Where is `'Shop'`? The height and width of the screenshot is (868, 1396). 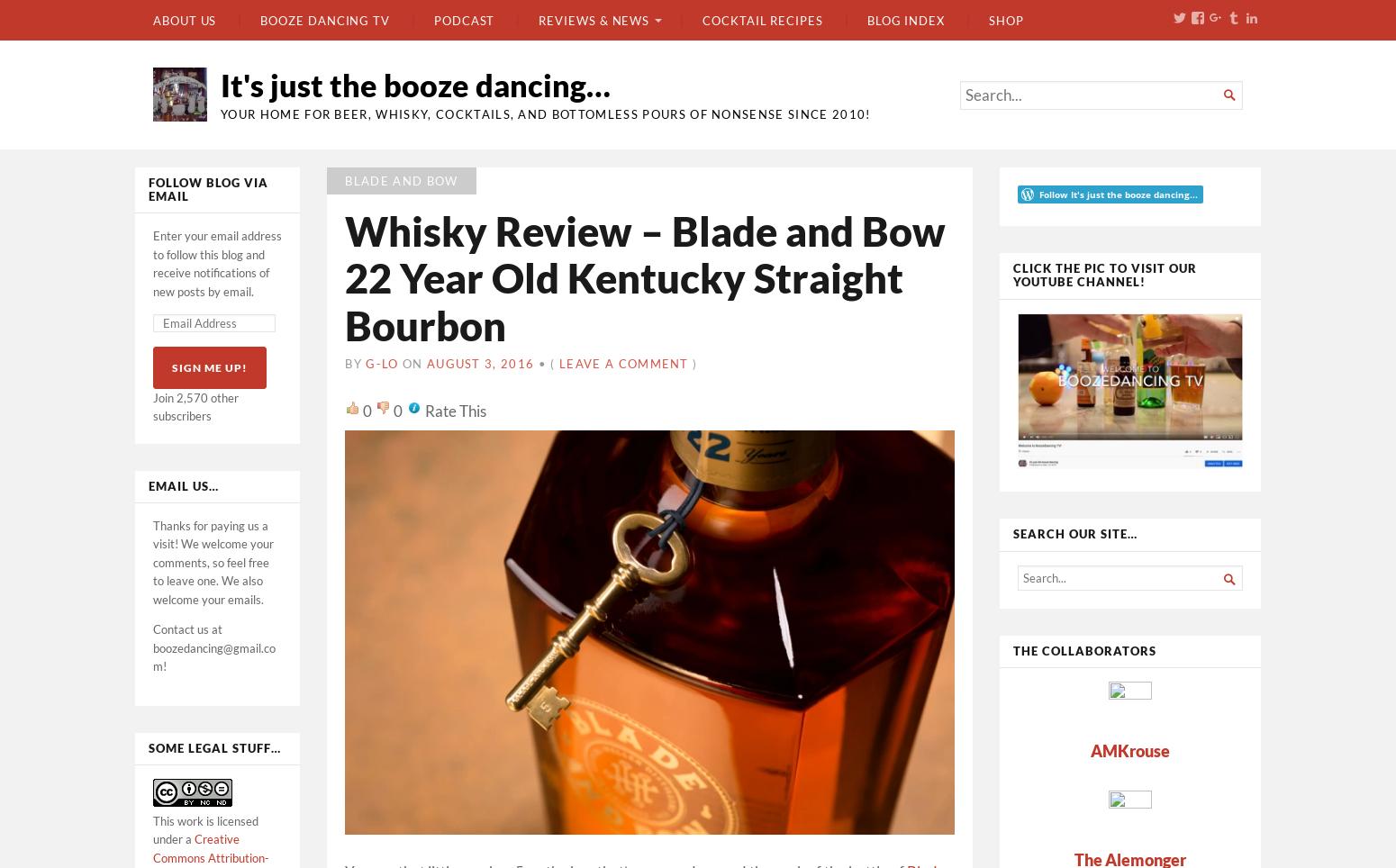 'Shop' is located at coordinates (1004, 18).